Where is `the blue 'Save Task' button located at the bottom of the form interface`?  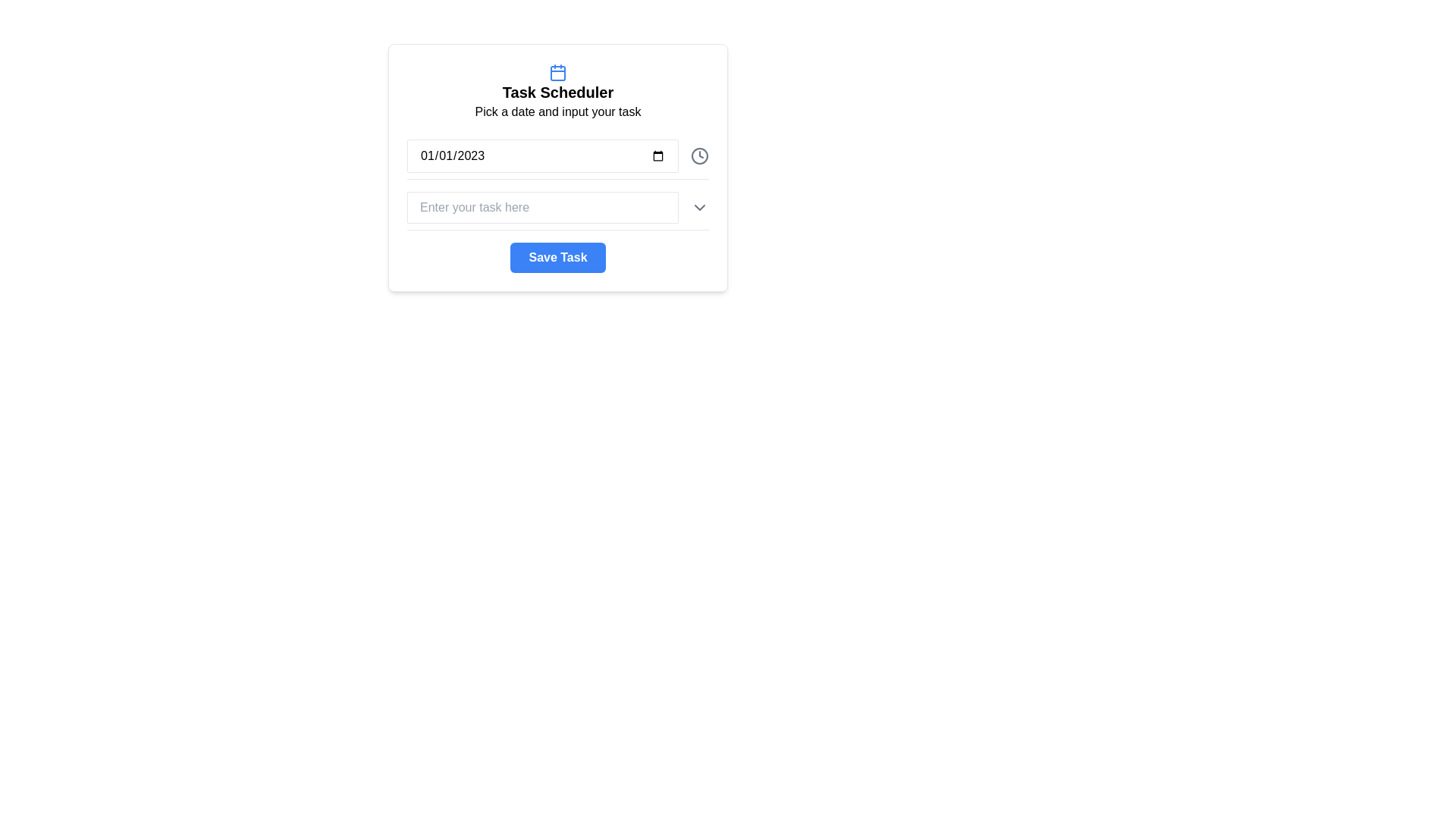 the blue 'Save Task' button located at the bottom of the form interface is located at coordinates (557, 256).